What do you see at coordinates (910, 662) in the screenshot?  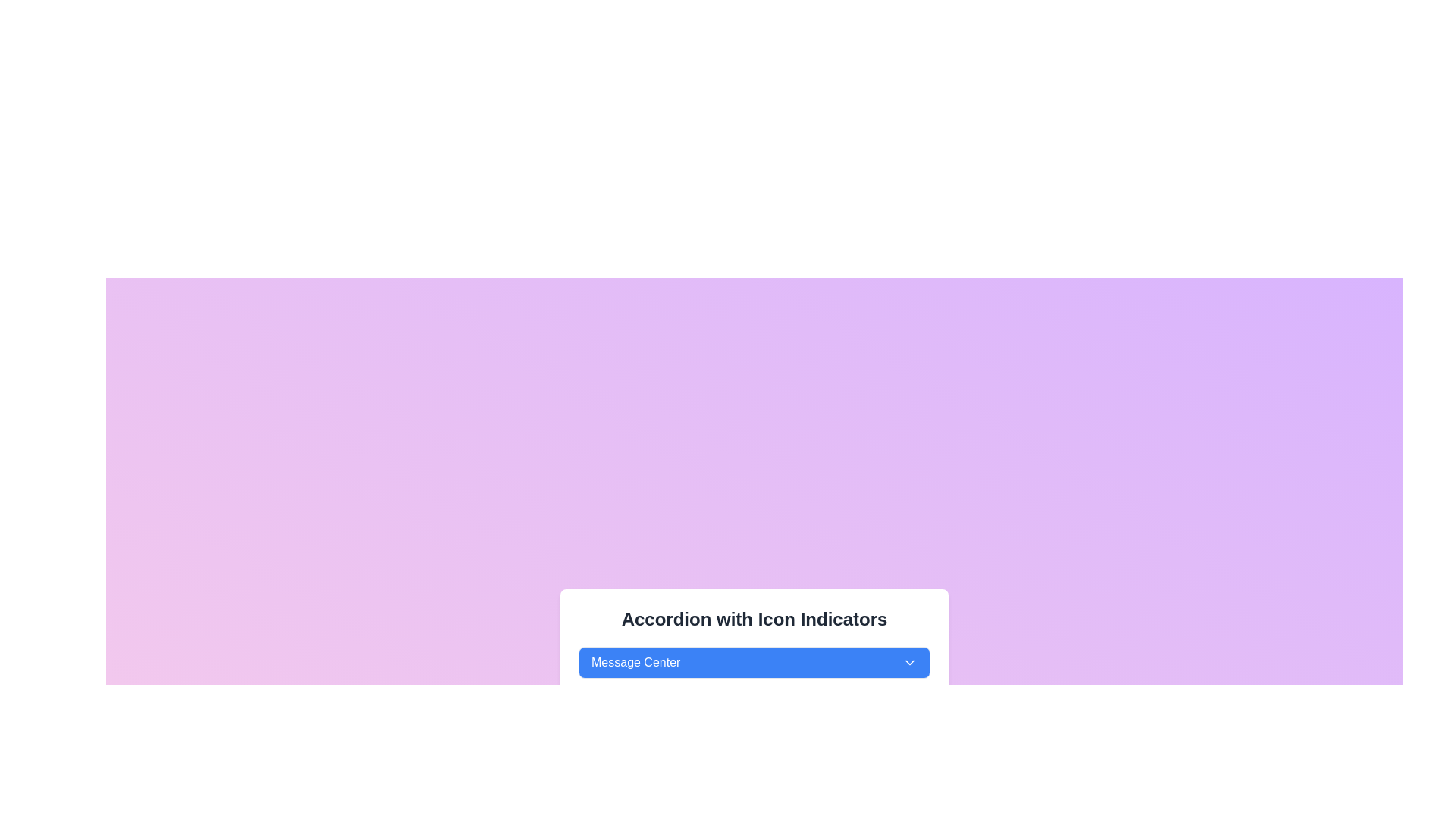 I see `the Chevron indicator located at the right edge of the 'Message Center' button` at bounding box center [910, 662].